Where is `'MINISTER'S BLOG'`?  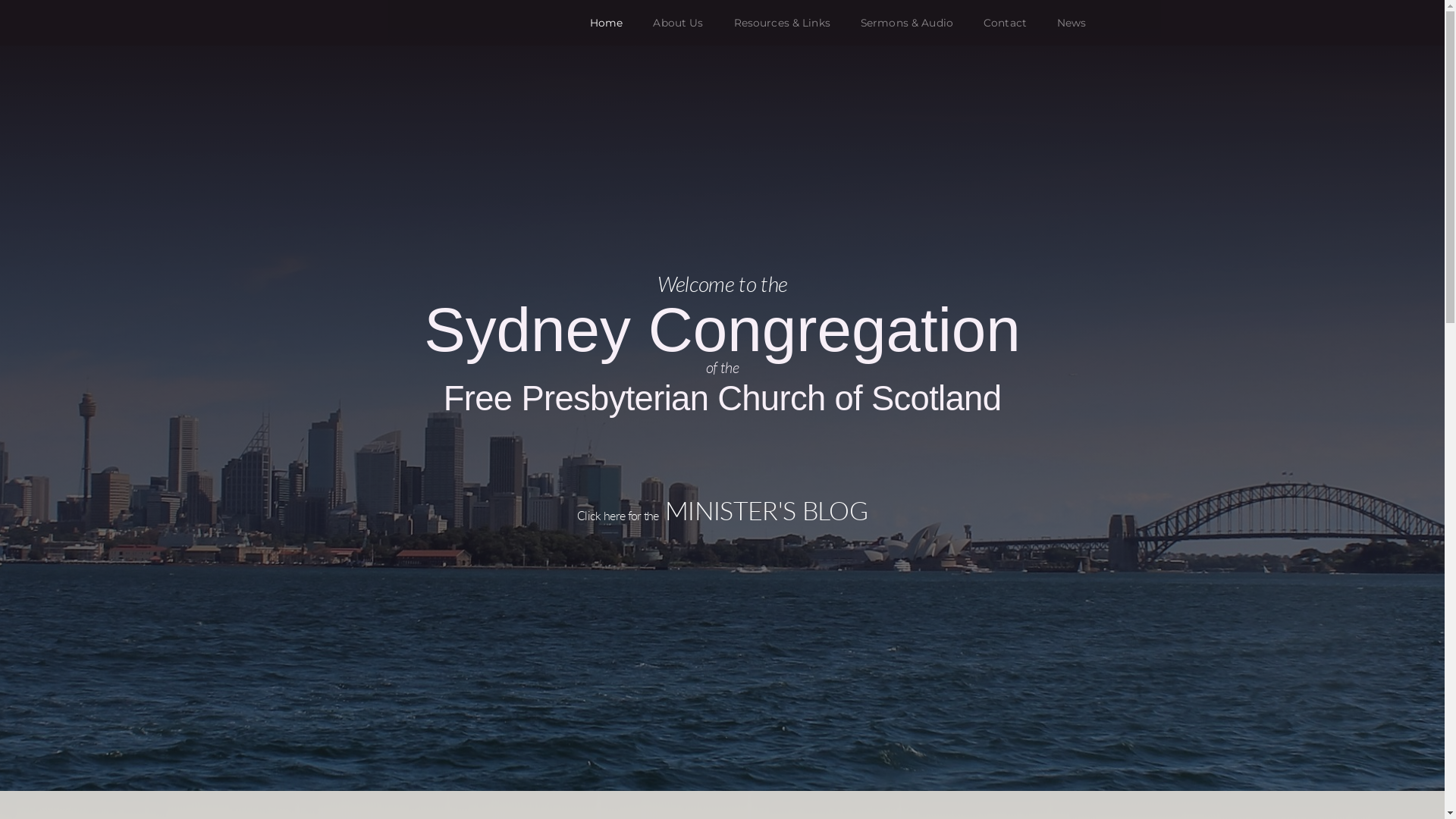 'MINISTER'S BLOG' is located at coordinates (766, 512).